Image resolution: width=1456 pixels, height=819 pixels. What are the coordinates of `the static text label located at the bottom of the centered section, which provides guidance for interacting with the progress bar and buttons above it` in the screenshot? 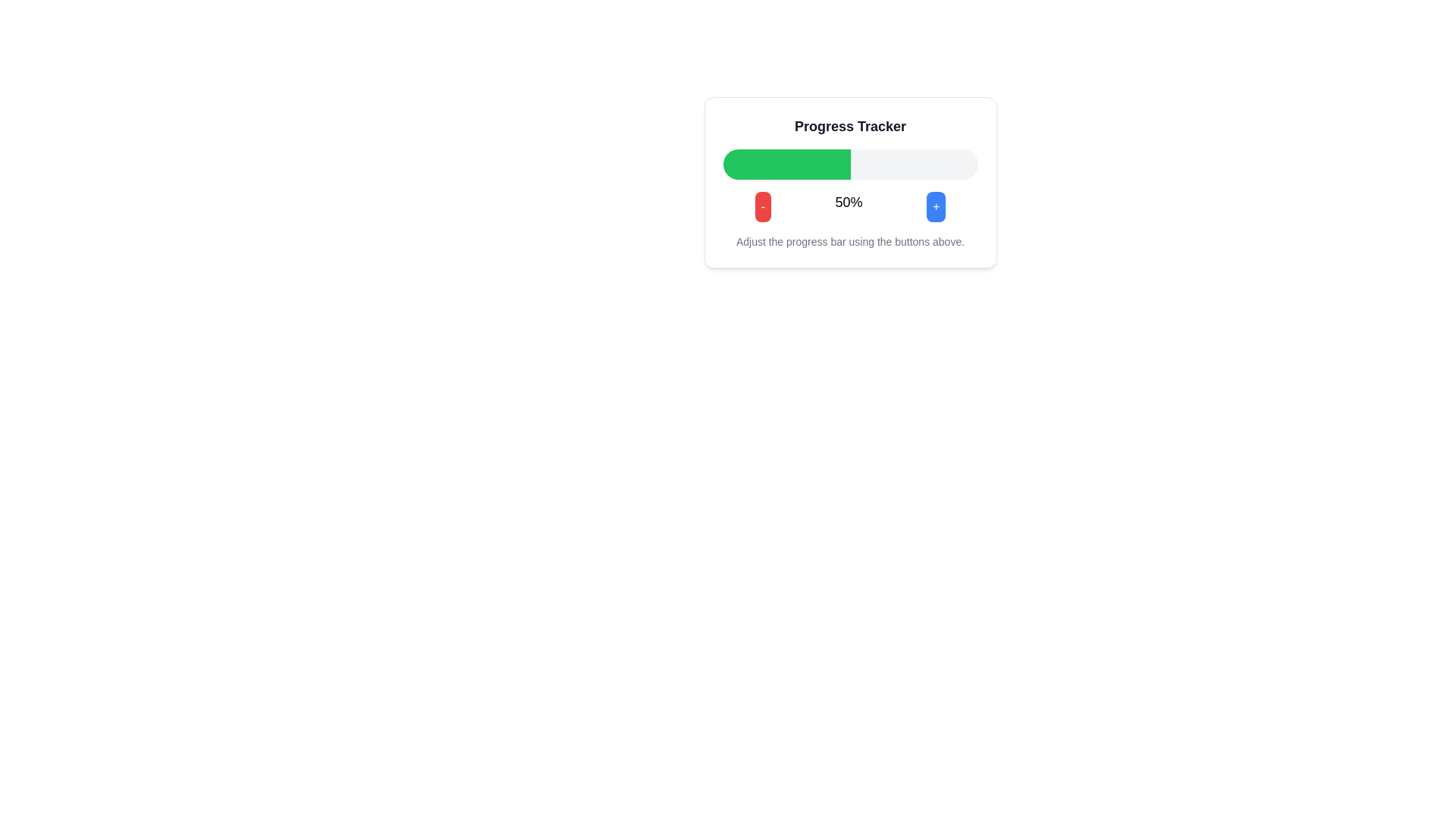 It's located at (850, 241).